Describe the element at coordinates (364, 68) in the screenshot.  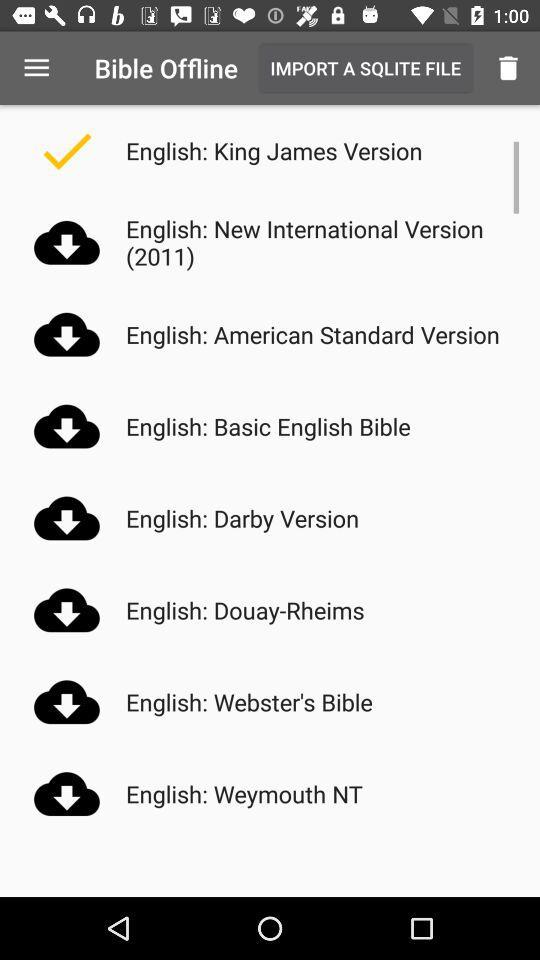
I see `item above english king james item` at that location.